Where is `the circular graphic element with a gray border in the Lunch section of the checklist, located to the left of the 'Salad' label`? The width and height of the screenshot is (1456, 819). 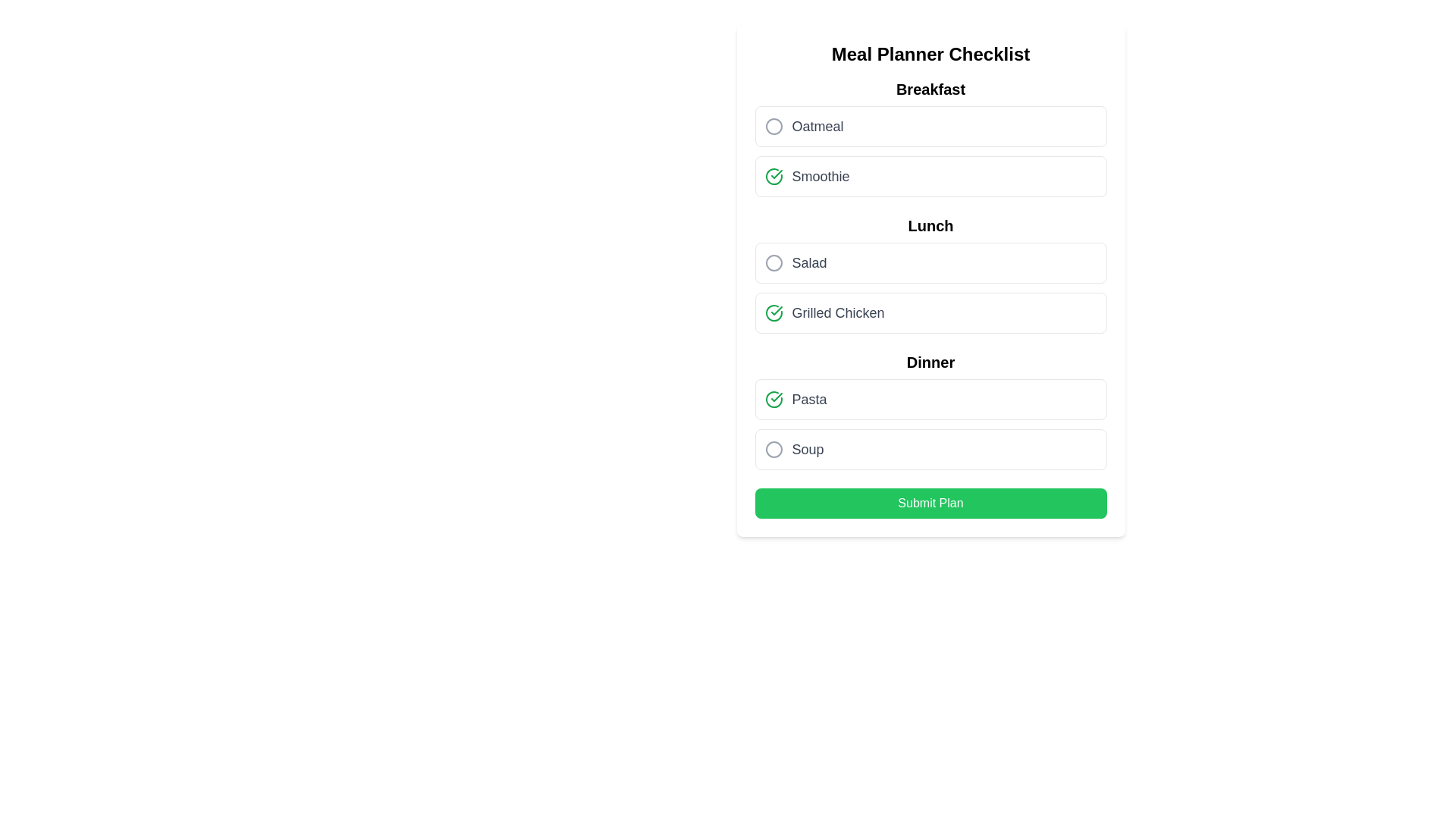
the circular graphic element with a gray border in the Lunch section of the checklist, located to the left of the 'Salad' label is located at coordinates (773, 262).